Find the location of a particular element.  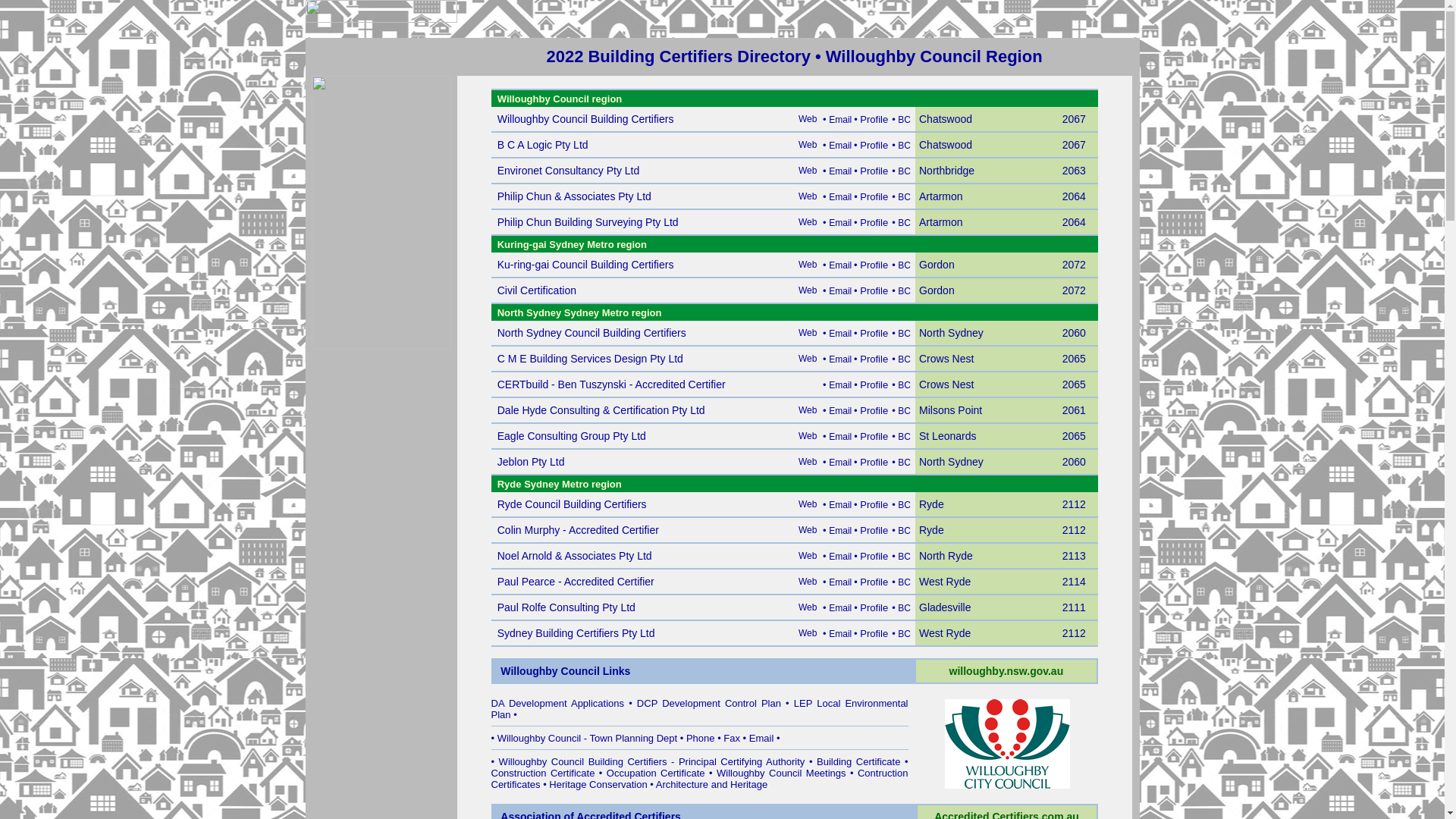

'Construction Certificate' is located at coordinates (491, 773).